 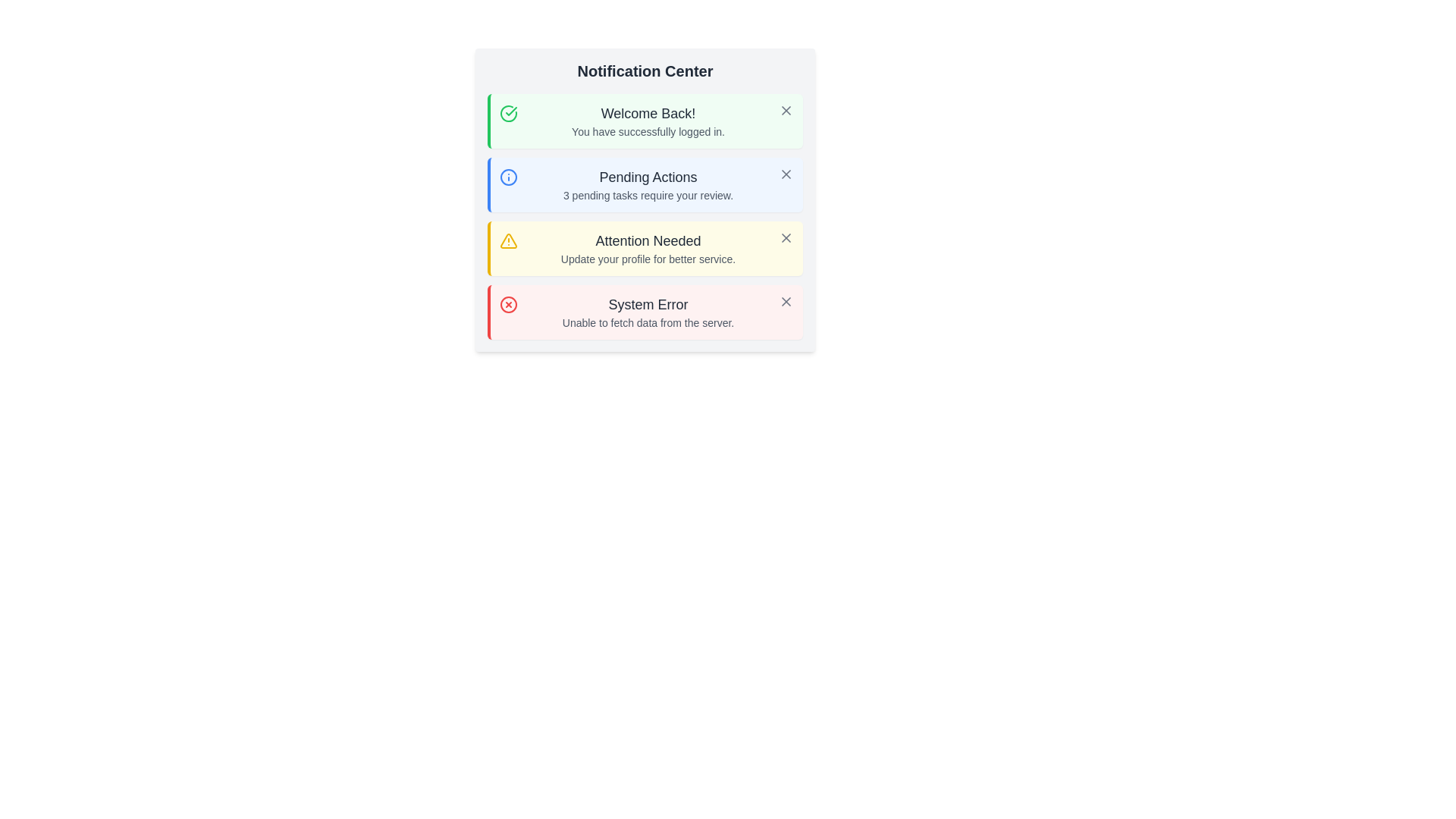 I want to click on the checkmark icon in the green notification box that indicates a successful status for the notification 'Welcome Back!', so click(x=509, y=113).